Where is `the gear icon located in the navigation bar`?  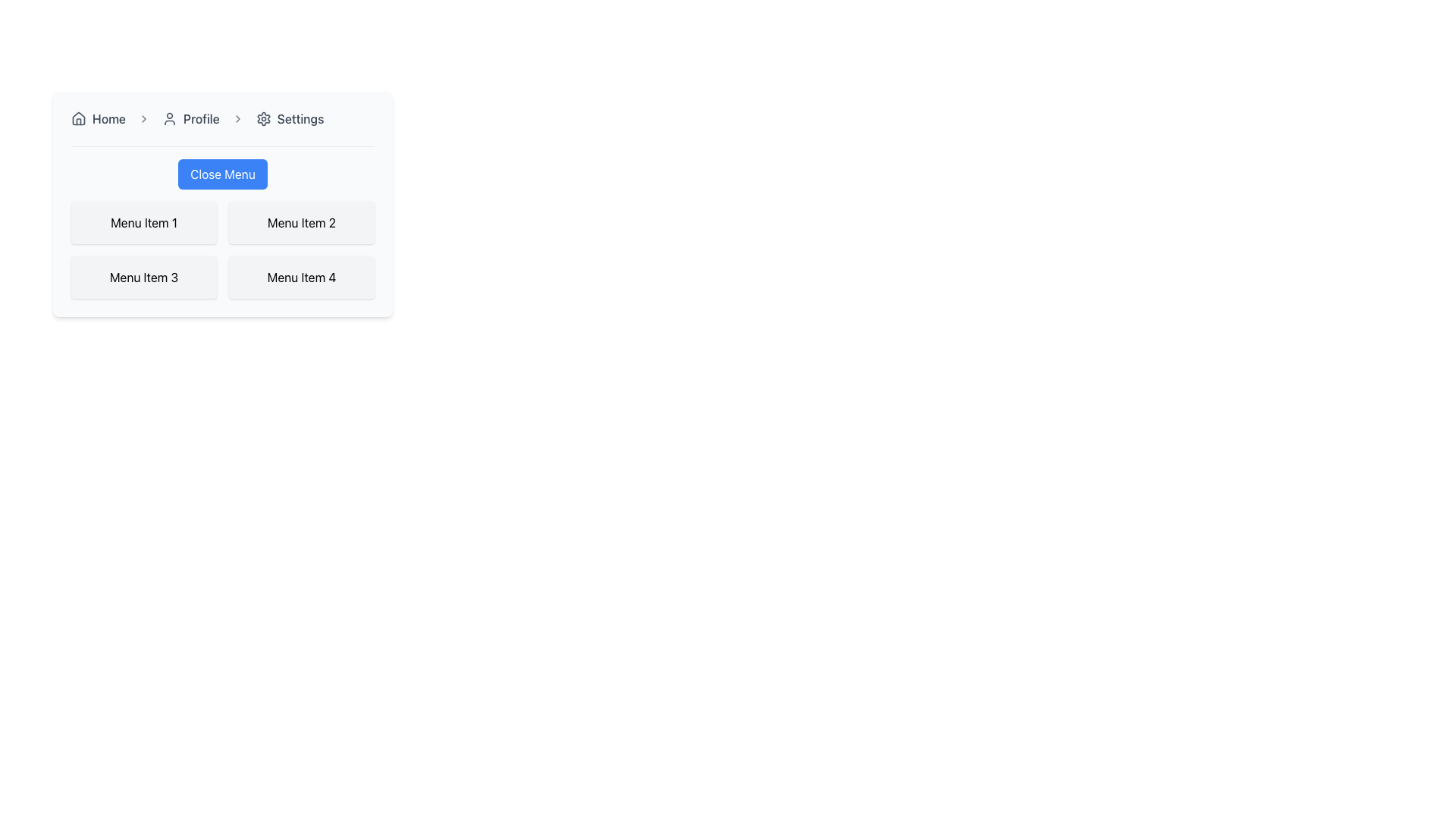 the gear icon located in the navigation bar is located at coordinates (263, 118).